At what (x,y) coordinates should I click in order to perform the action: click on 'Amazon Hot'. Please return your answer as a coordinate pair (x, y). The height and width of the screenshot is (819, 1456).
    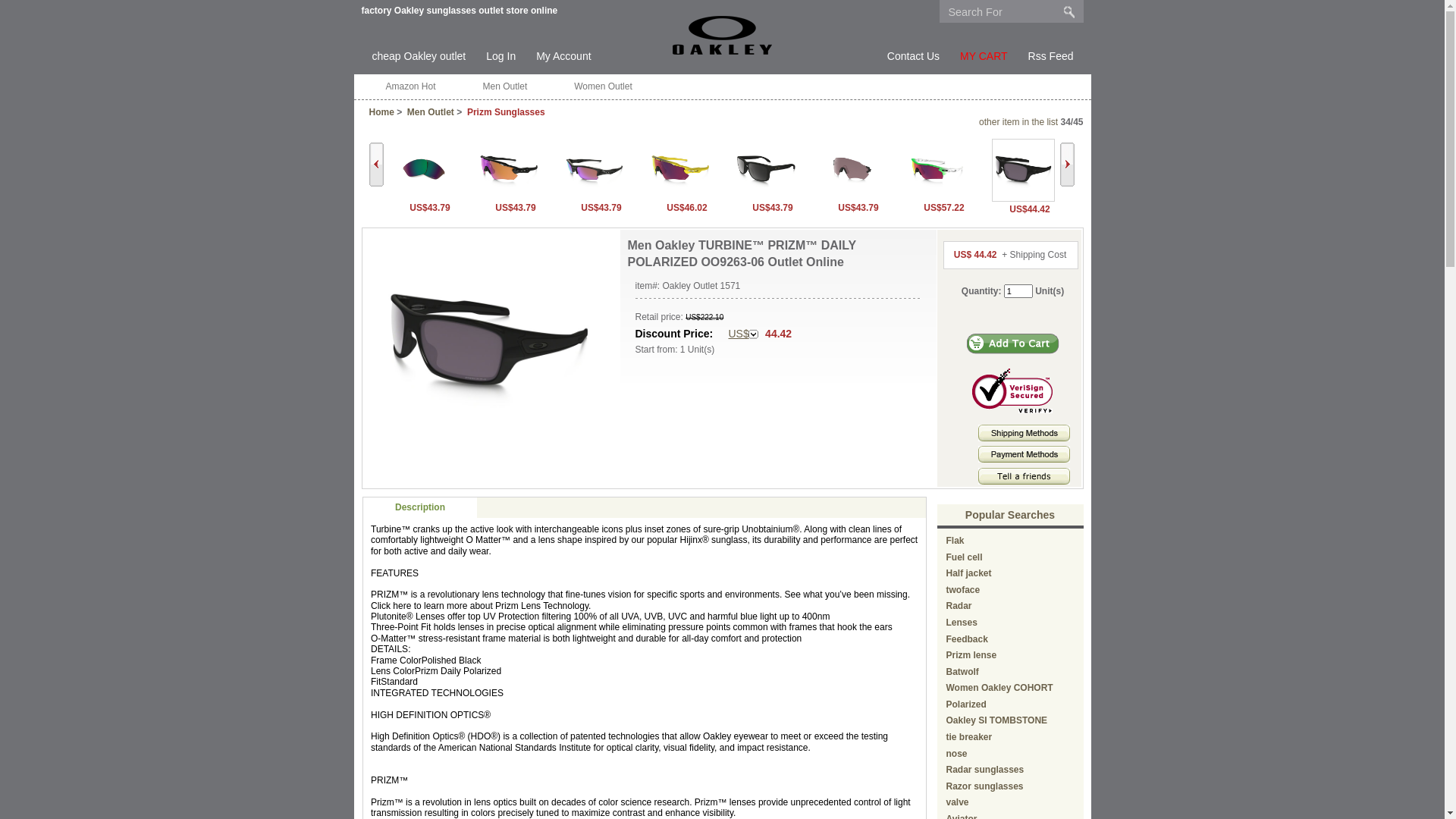
    Looking at the image, I should click on (410, 86).